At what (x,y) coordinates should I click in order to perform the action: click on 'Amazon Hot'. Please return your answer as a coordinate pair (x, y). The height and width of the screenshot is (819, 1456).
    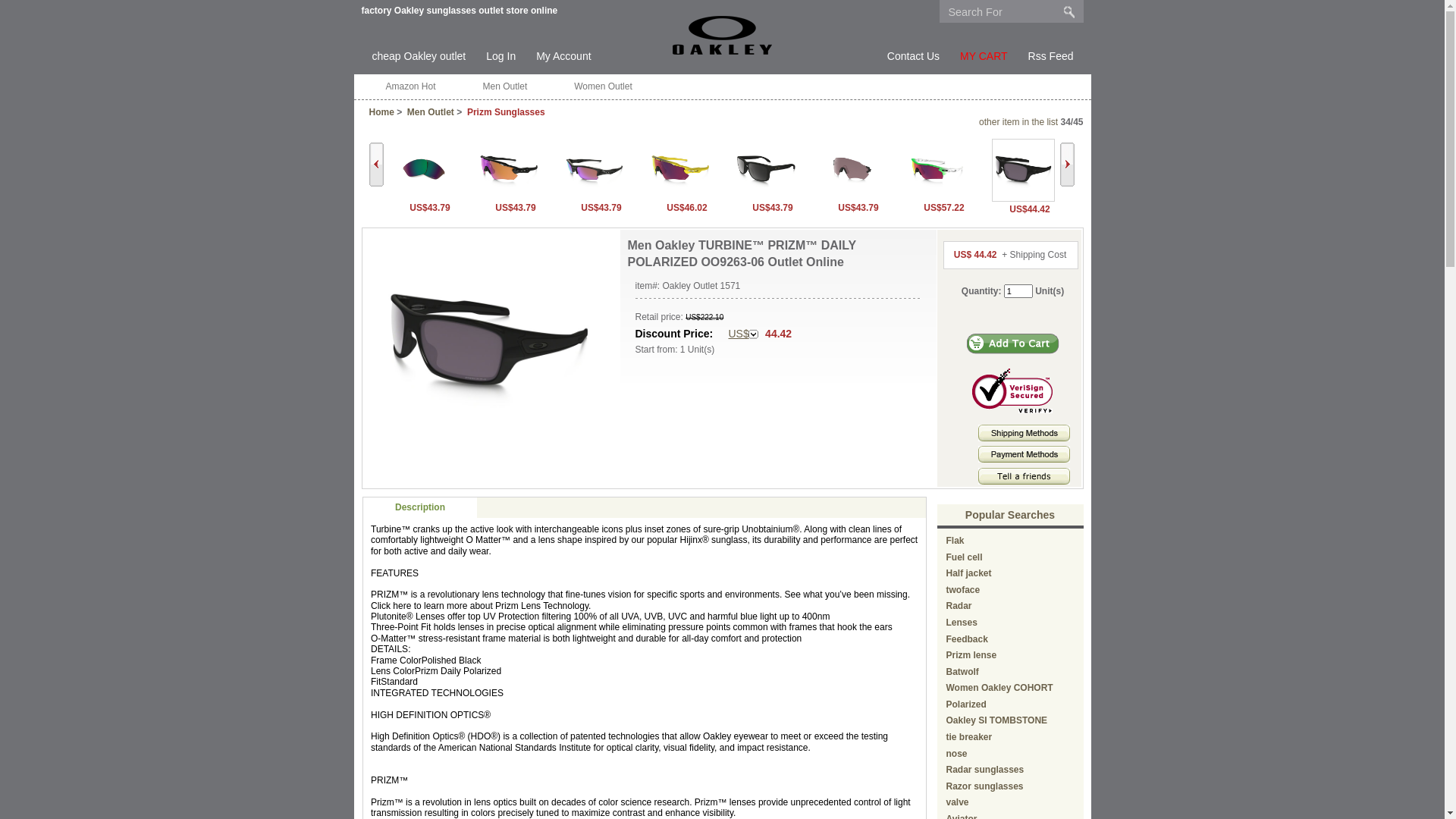
    Looking at the image, I should click on (410, 86).